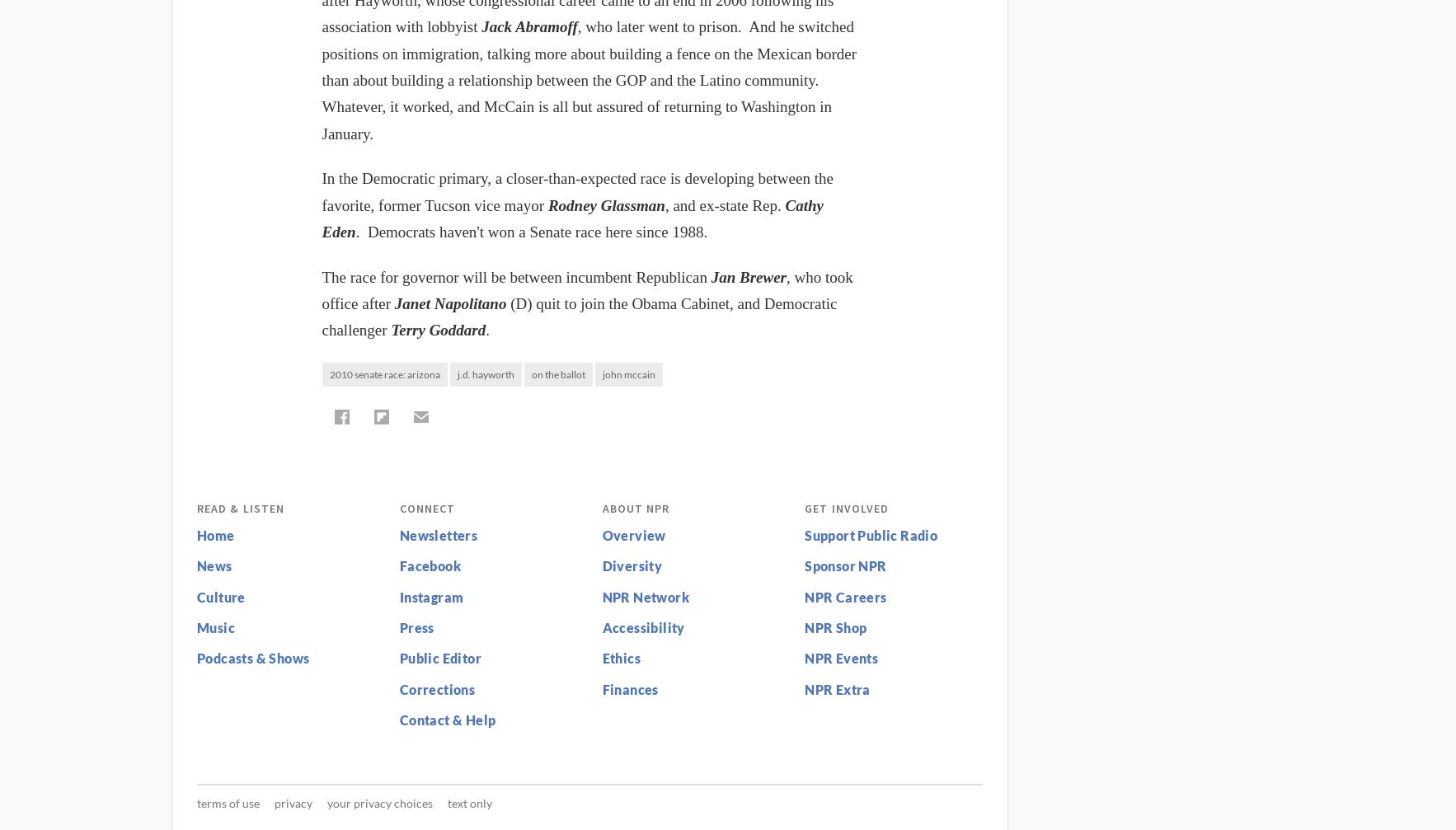  What do you see at coordinates (606, 204) in the screenshot?
I see `'Rodney Glassman'` at bounding box center [606, 204].